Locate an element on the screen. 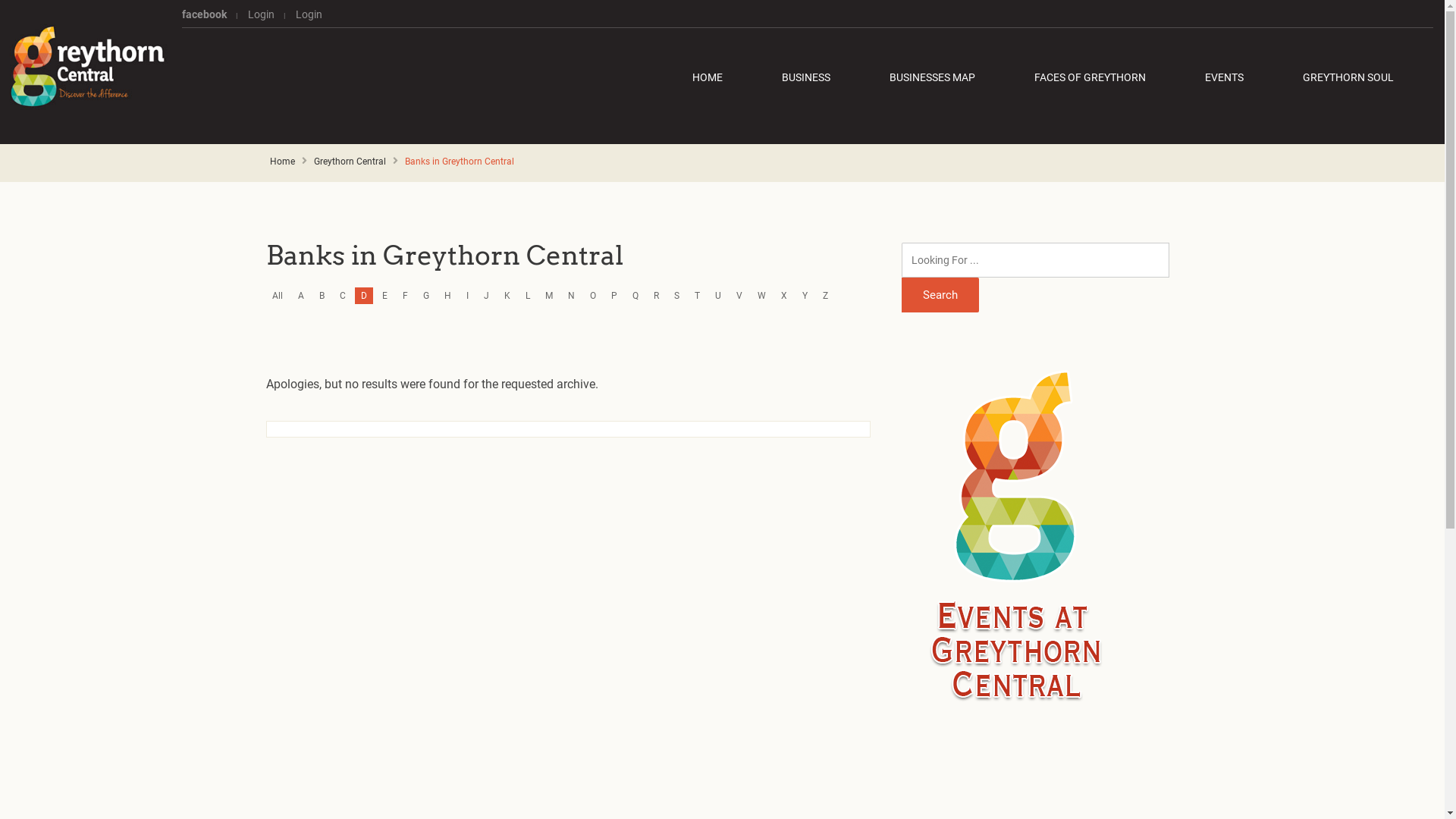  'D' is located at coordinates (364, 295).